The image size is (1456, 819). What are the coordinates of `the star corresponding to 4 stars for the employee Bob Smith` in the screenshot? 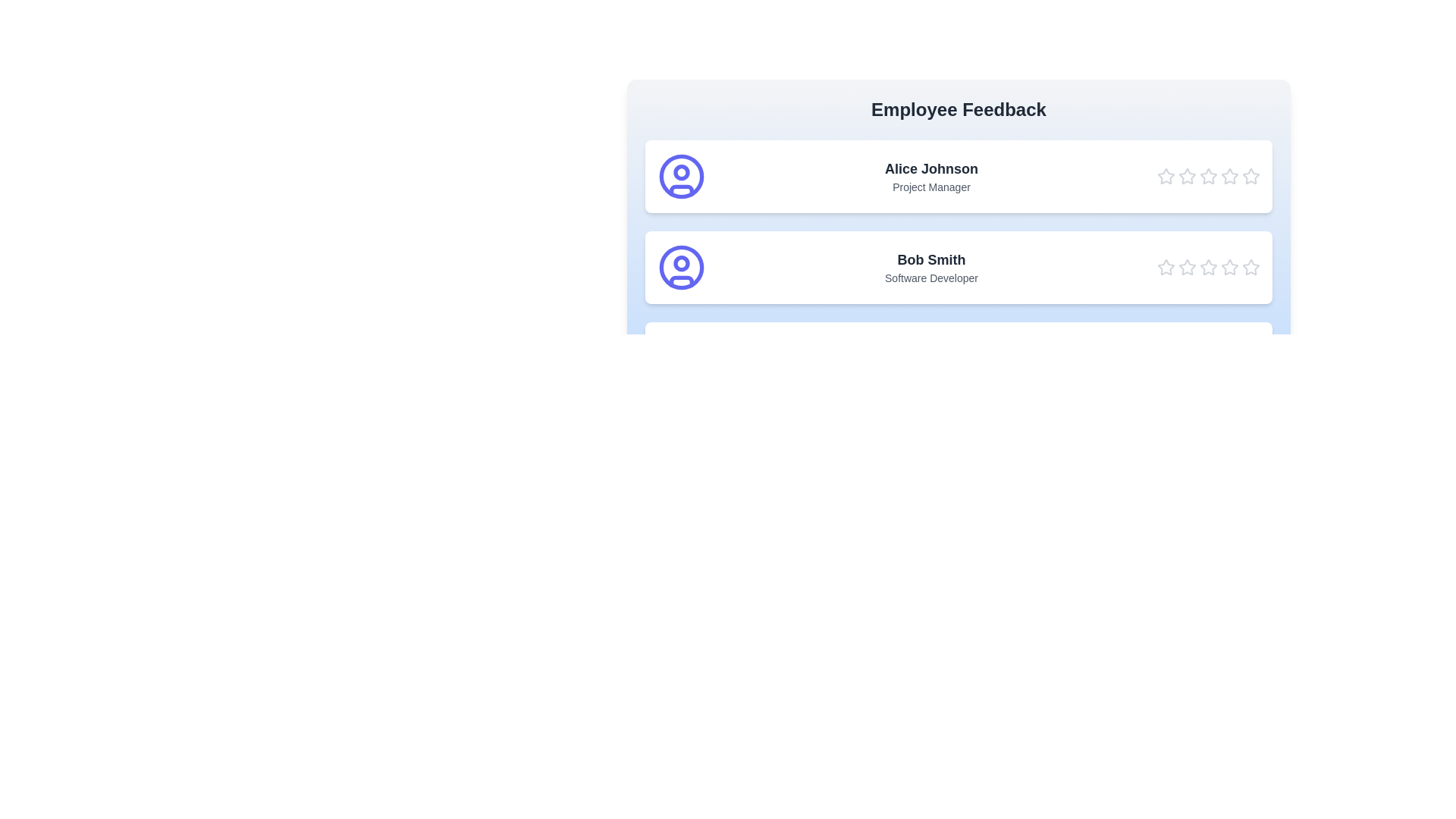 It's located at (1230, 267).